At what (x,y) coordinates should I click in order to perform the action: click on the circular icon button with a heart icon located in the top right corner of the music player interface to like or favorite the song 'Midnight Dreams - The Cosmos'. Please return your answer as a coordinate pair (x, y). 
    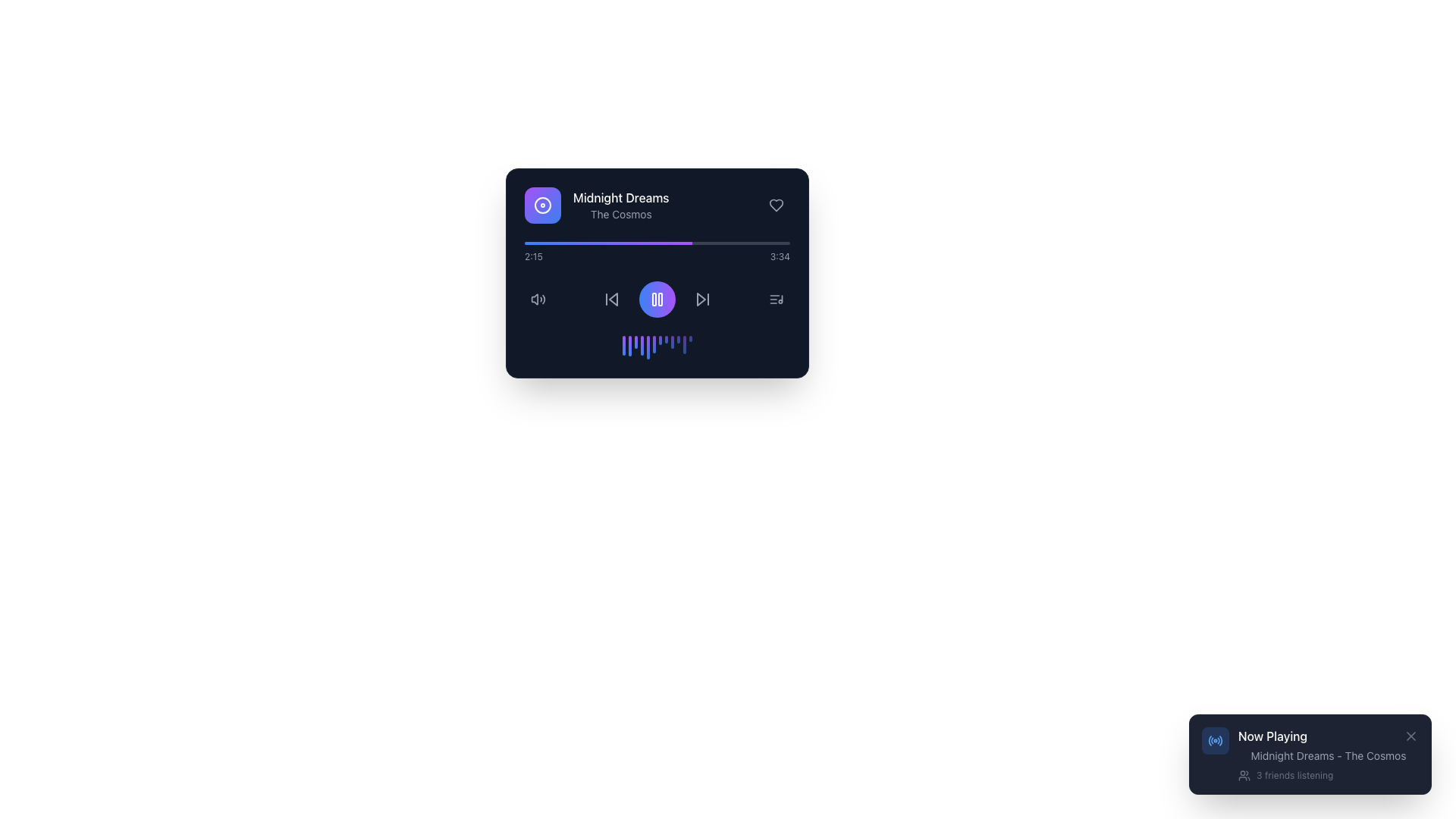
    Looking at the image, I should click on (776, 205).